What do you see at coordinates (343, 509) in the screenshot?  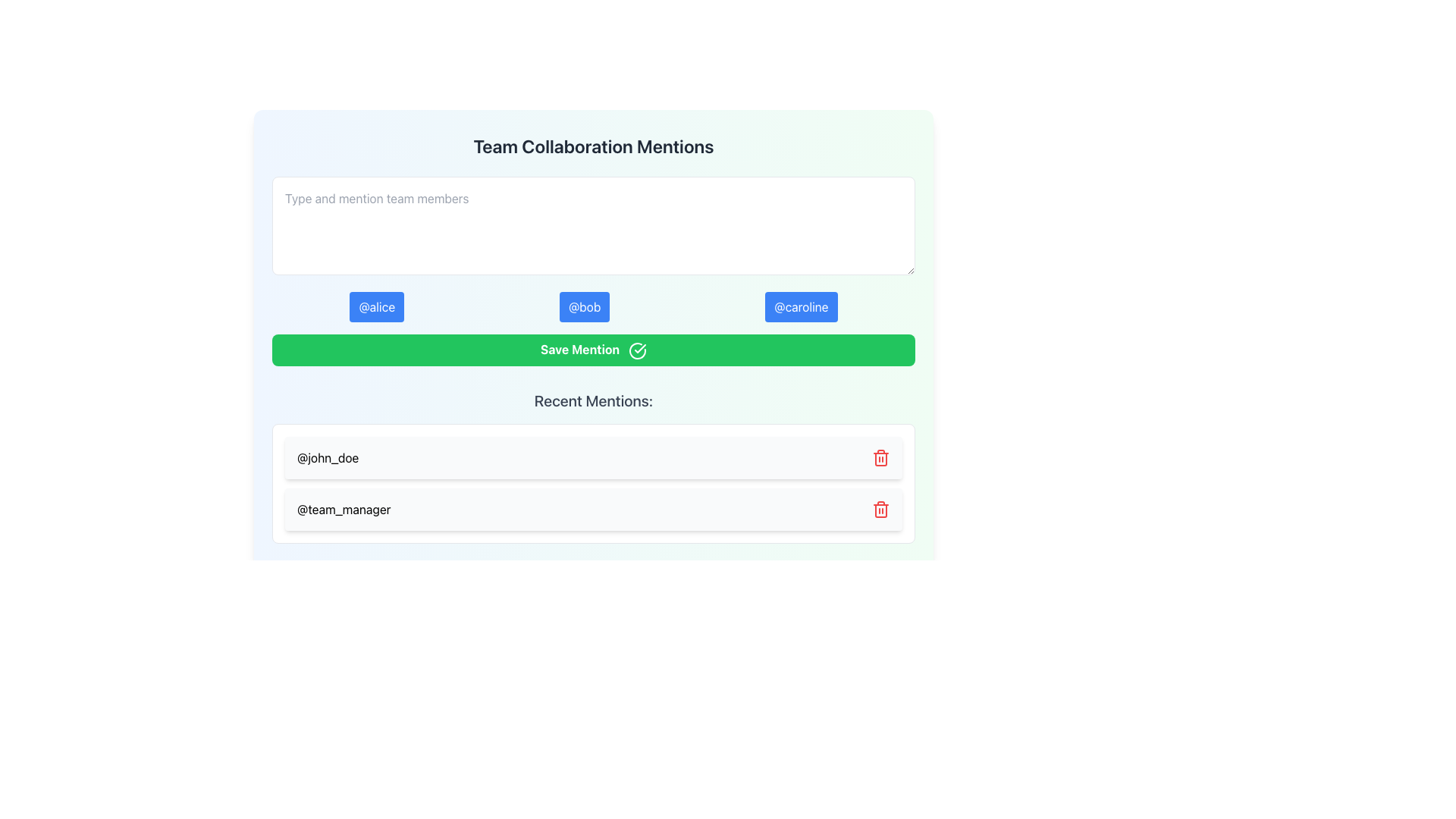 I see `the Static Text Label displaying the username '@team_manager' in the 'Recent Mentions' section` at bounding box center [343, 509].